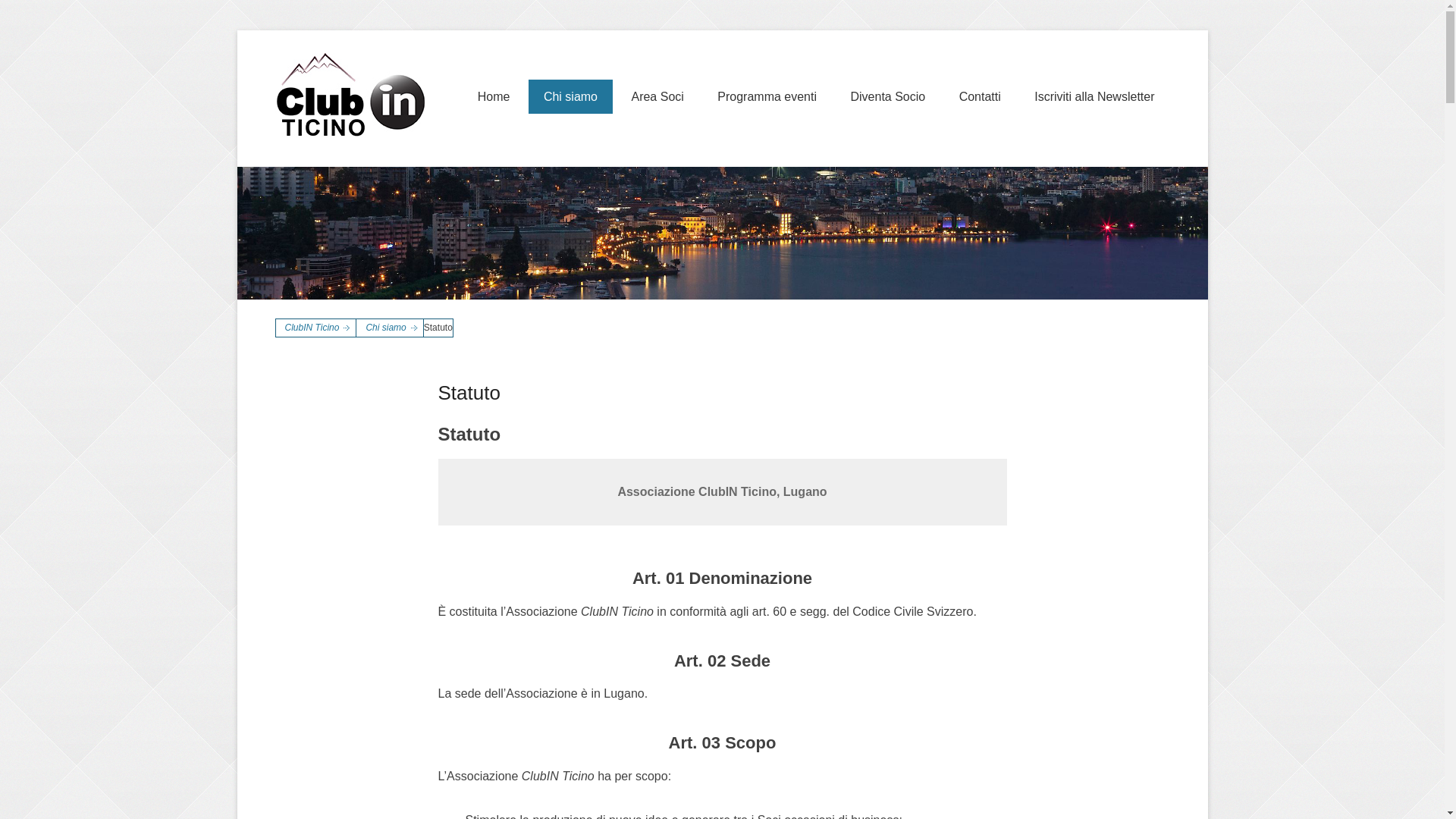 The width and height of the screenshot is (1456, 819). I want to click on 'Diventa Socio', so click(833, 96).